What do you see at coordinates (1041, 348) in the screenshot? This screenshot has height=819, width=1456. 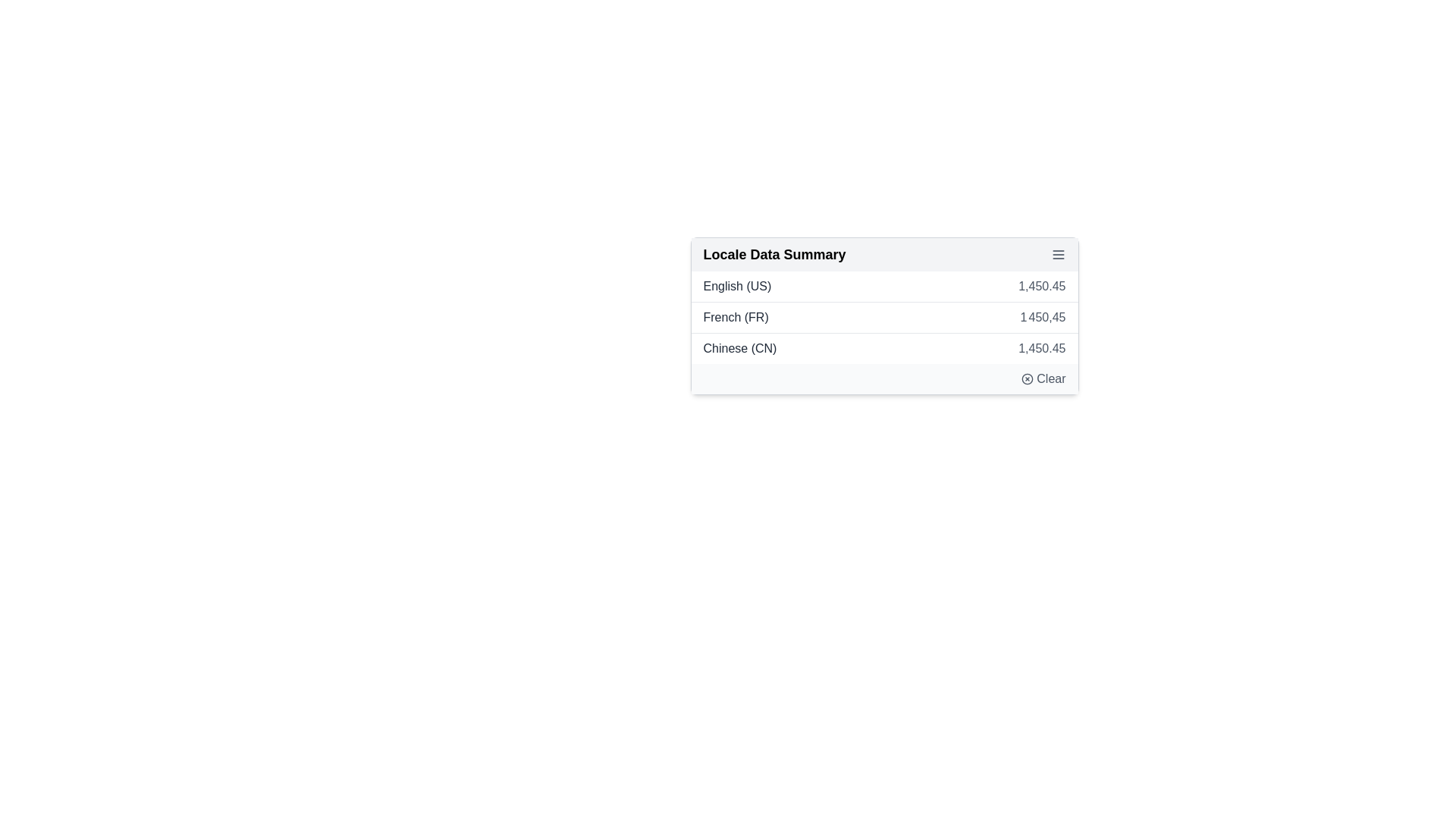 I see `the static text label displaying the numeric value '1,450.45', which is styled with a light gray font color and is located on the right-hand side of the row associated with 'Chinese (CN)'` at bounding box center [1041, 348].